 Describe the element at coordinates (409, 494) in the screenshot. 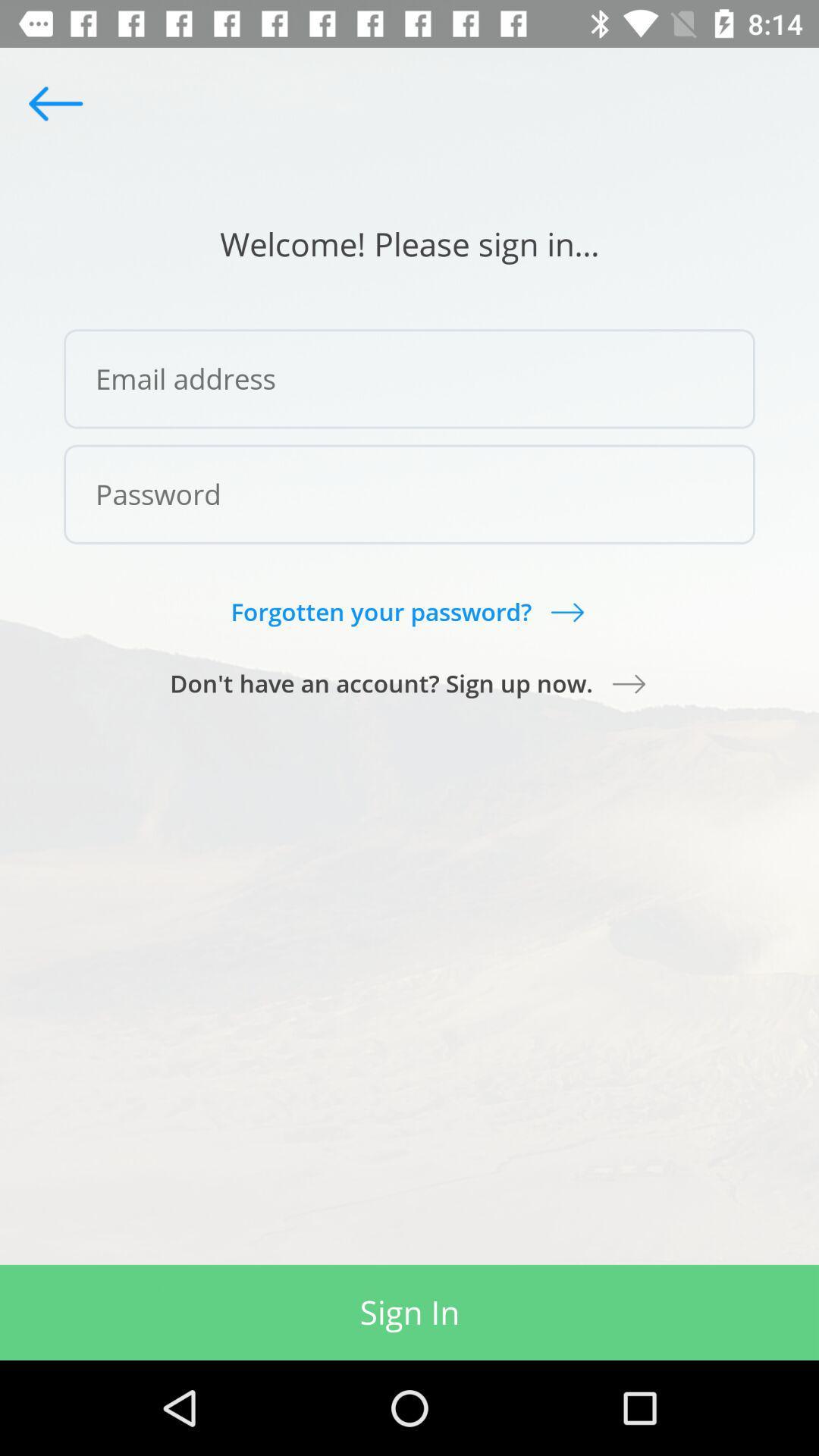

I see `icon above forgotten your password?` at that location.